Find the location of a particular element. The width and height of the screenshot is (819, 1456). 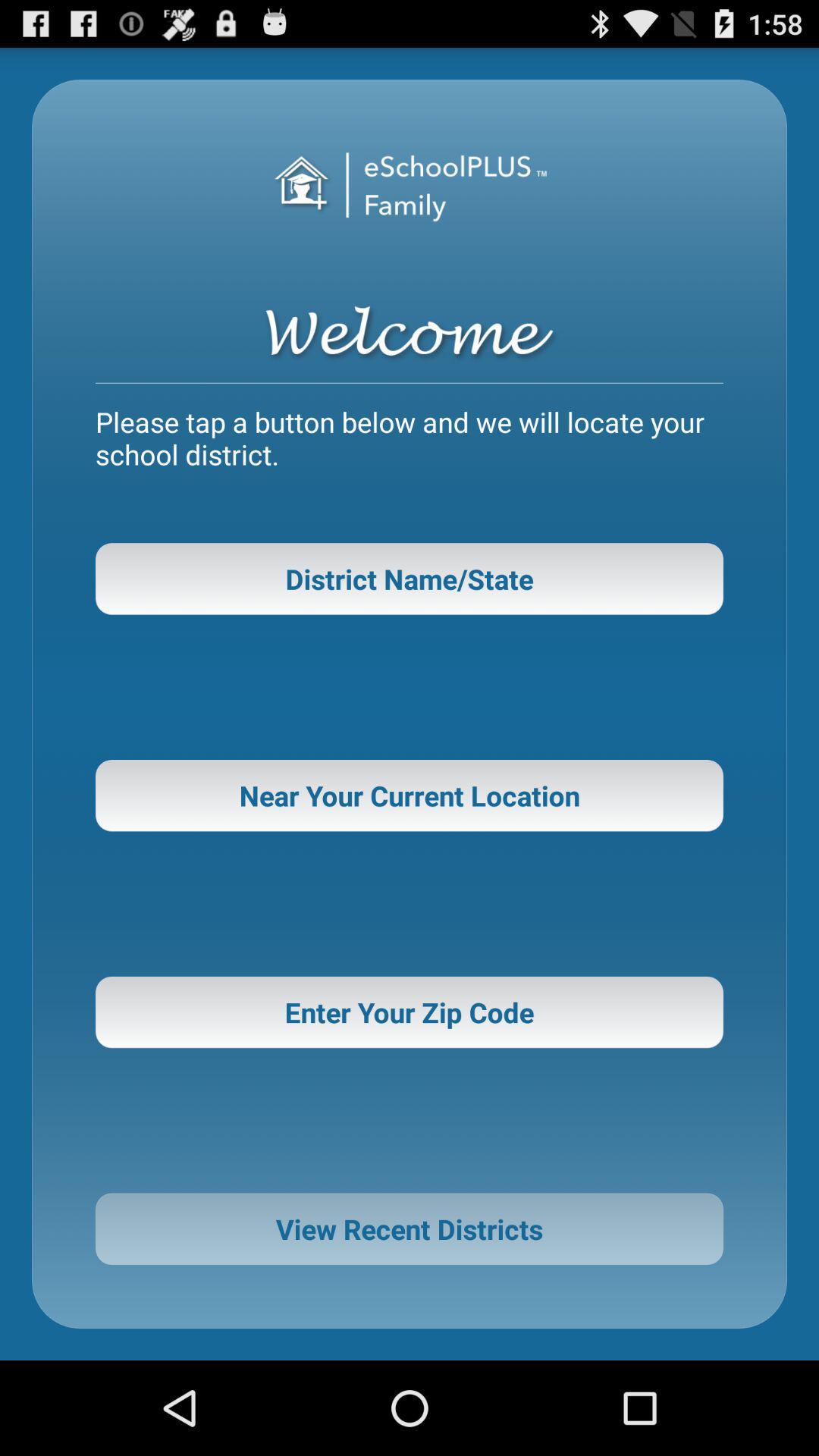

the button above near your current icon is located at coordinates (409, 578).